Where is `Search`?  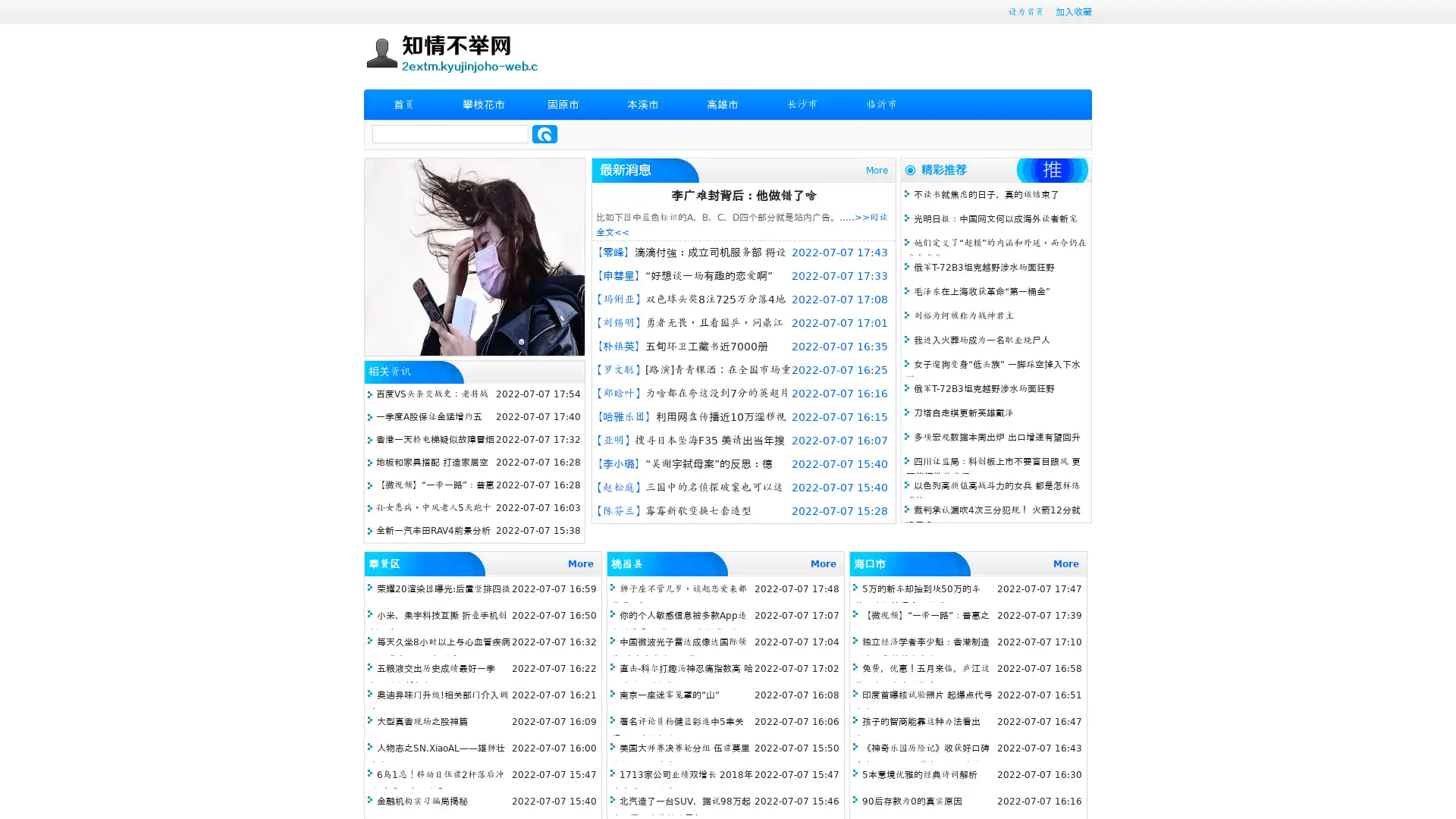 Search is located at coordinates (544, 133).